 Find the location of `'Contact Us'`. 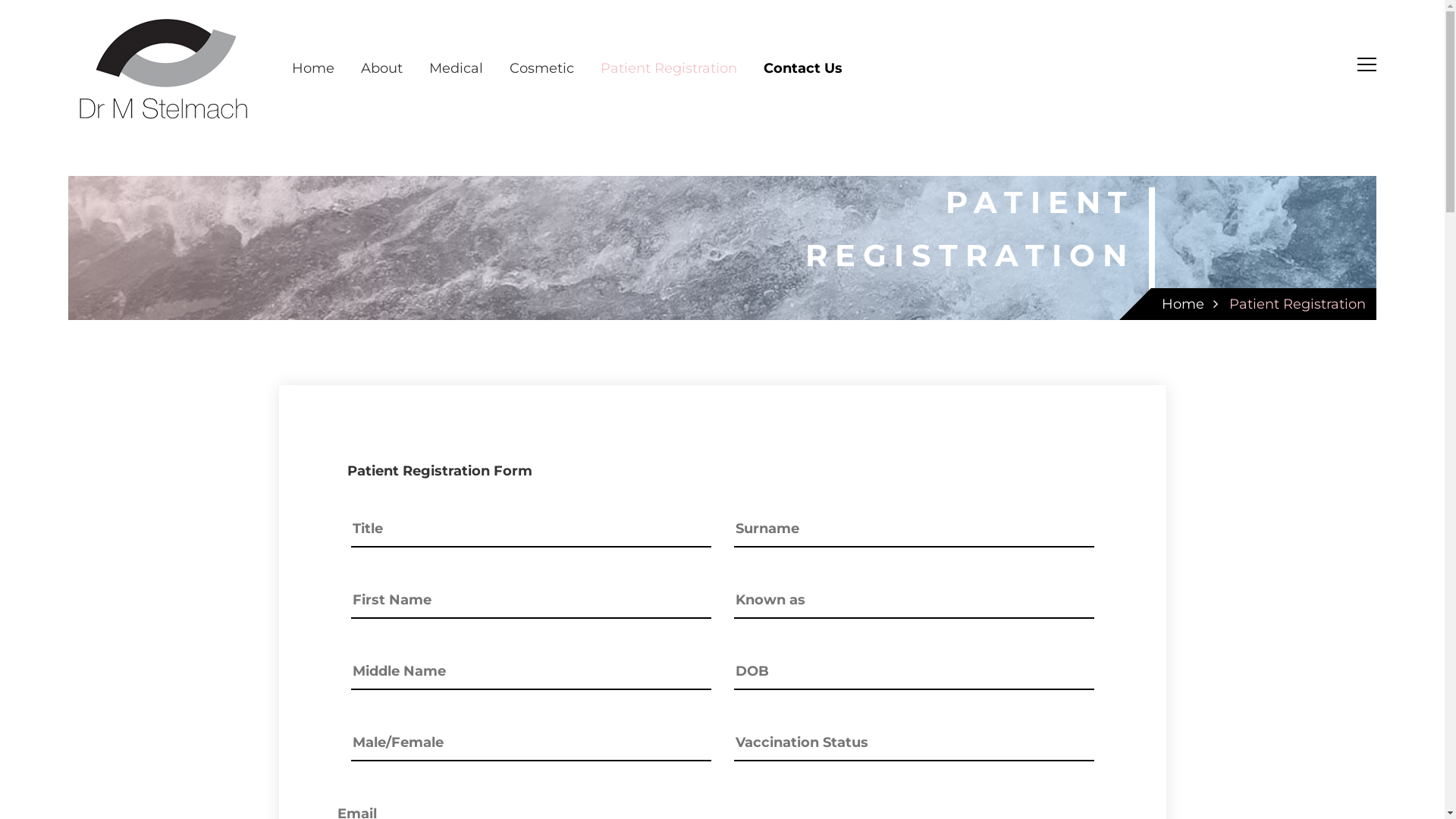

'Contact Us' is located at coordinates (802, 67).